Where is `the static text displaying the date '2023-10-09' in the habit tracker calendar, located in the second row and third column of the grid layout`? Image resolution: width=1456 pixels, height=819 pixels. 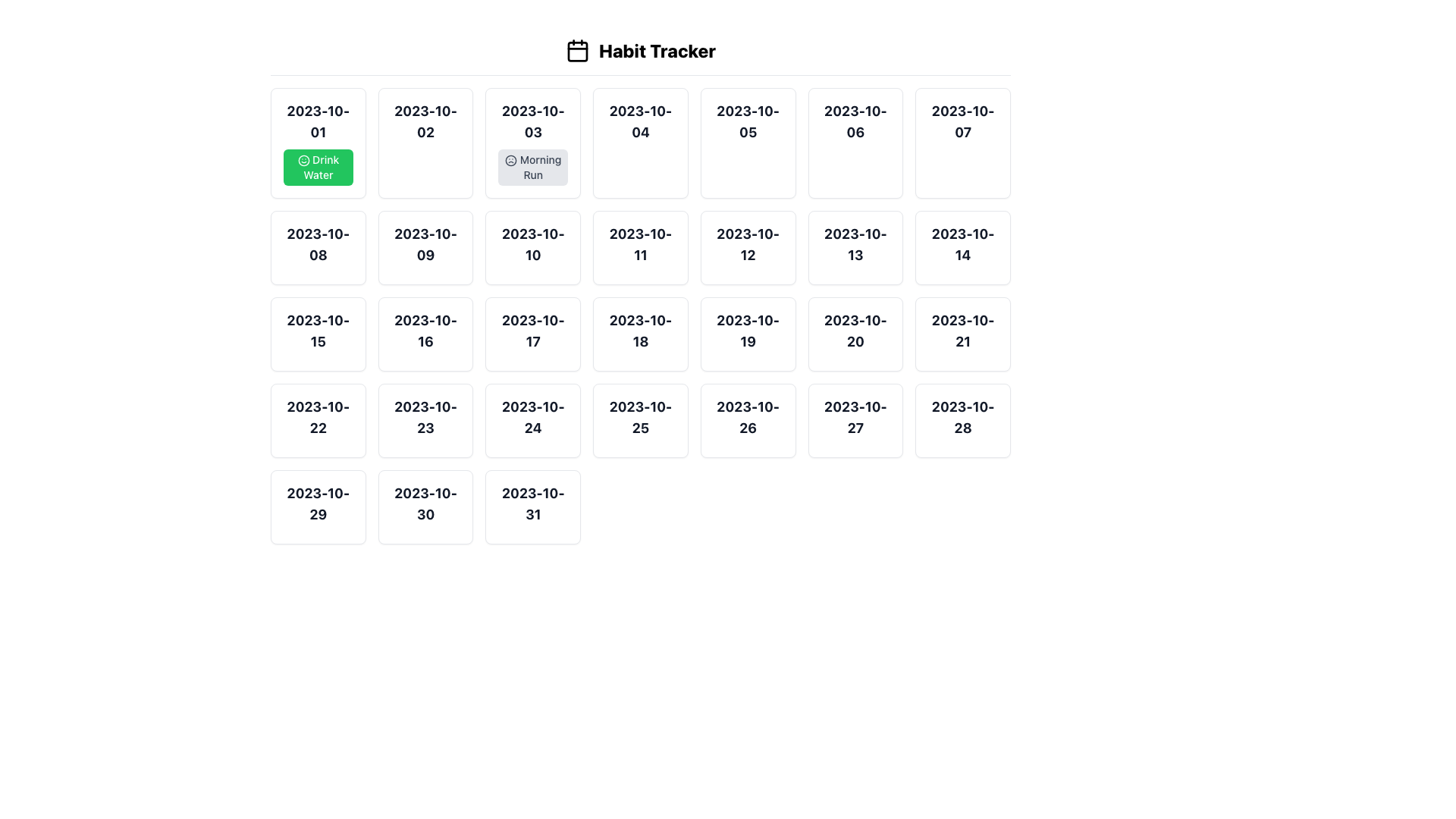 the static text displaying the date '2023-10-09' in the habit tracker calendar, located in the second row and third column of the grid layout is located at coordinates (425, 244).